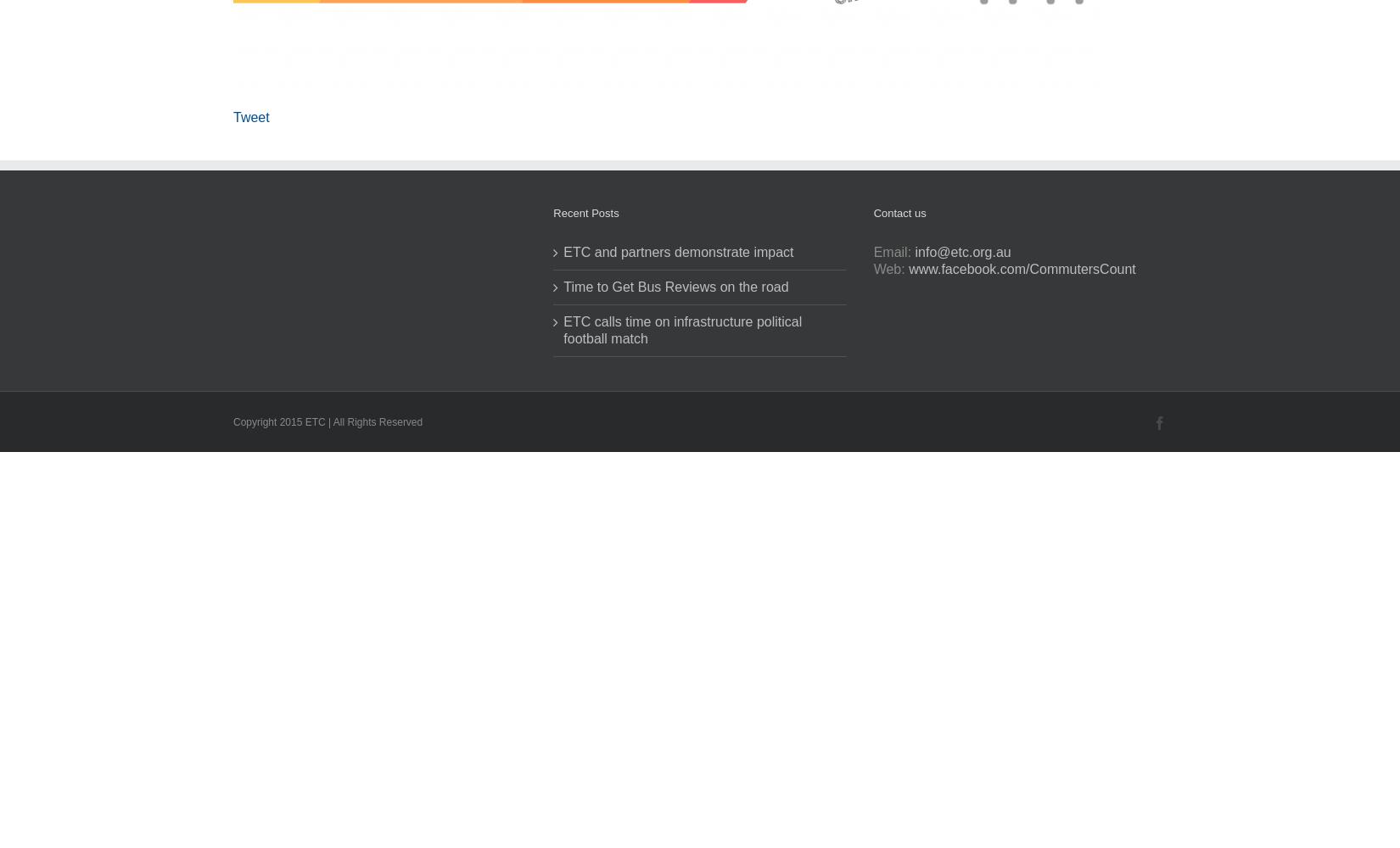 The image size is (1400, 848). I want to click on 'Contact us', so click(899, 213).